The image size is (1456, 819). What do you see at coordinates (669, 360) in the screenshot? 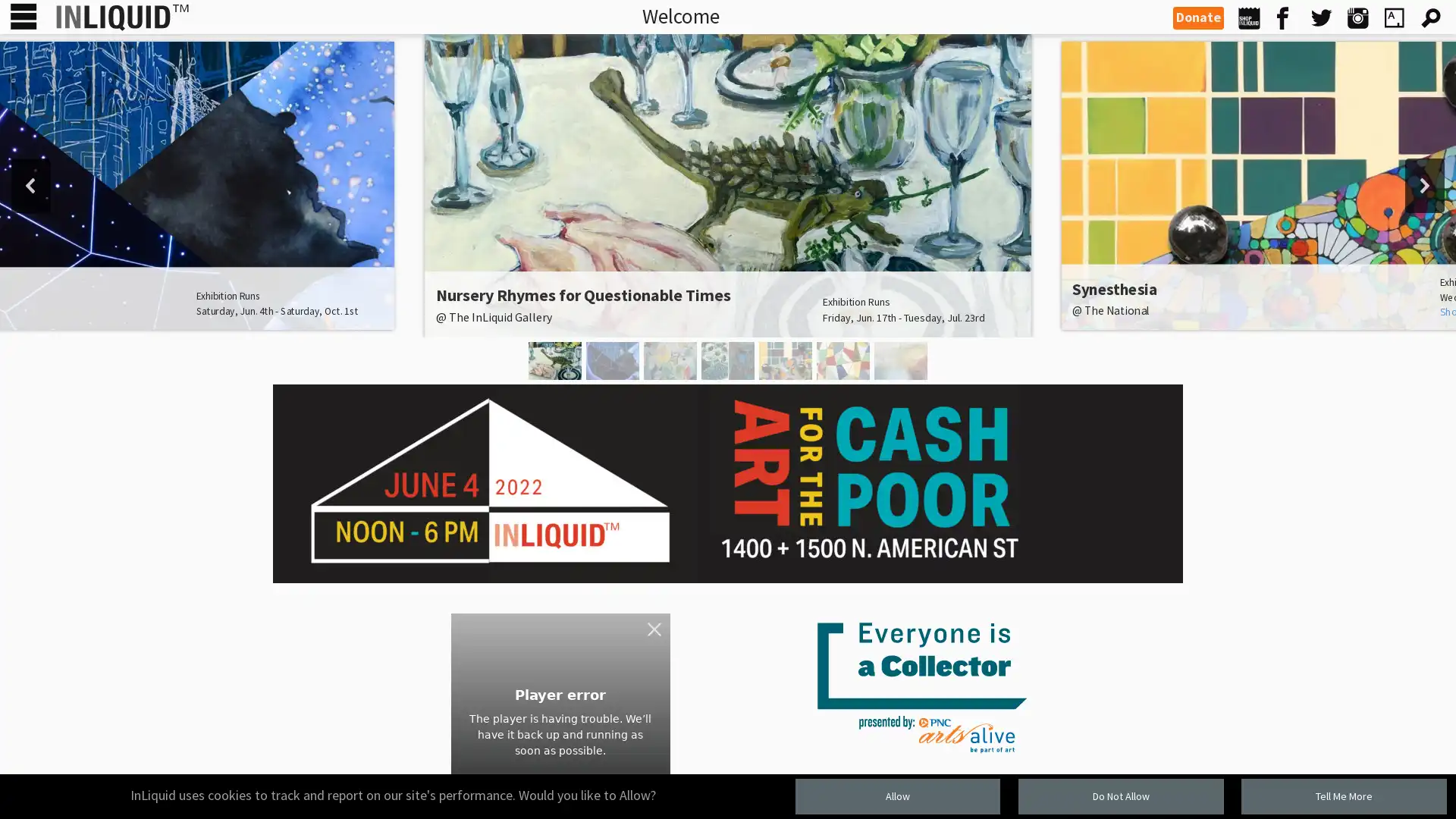
I see `idyll` at bounding box center [669, 360].